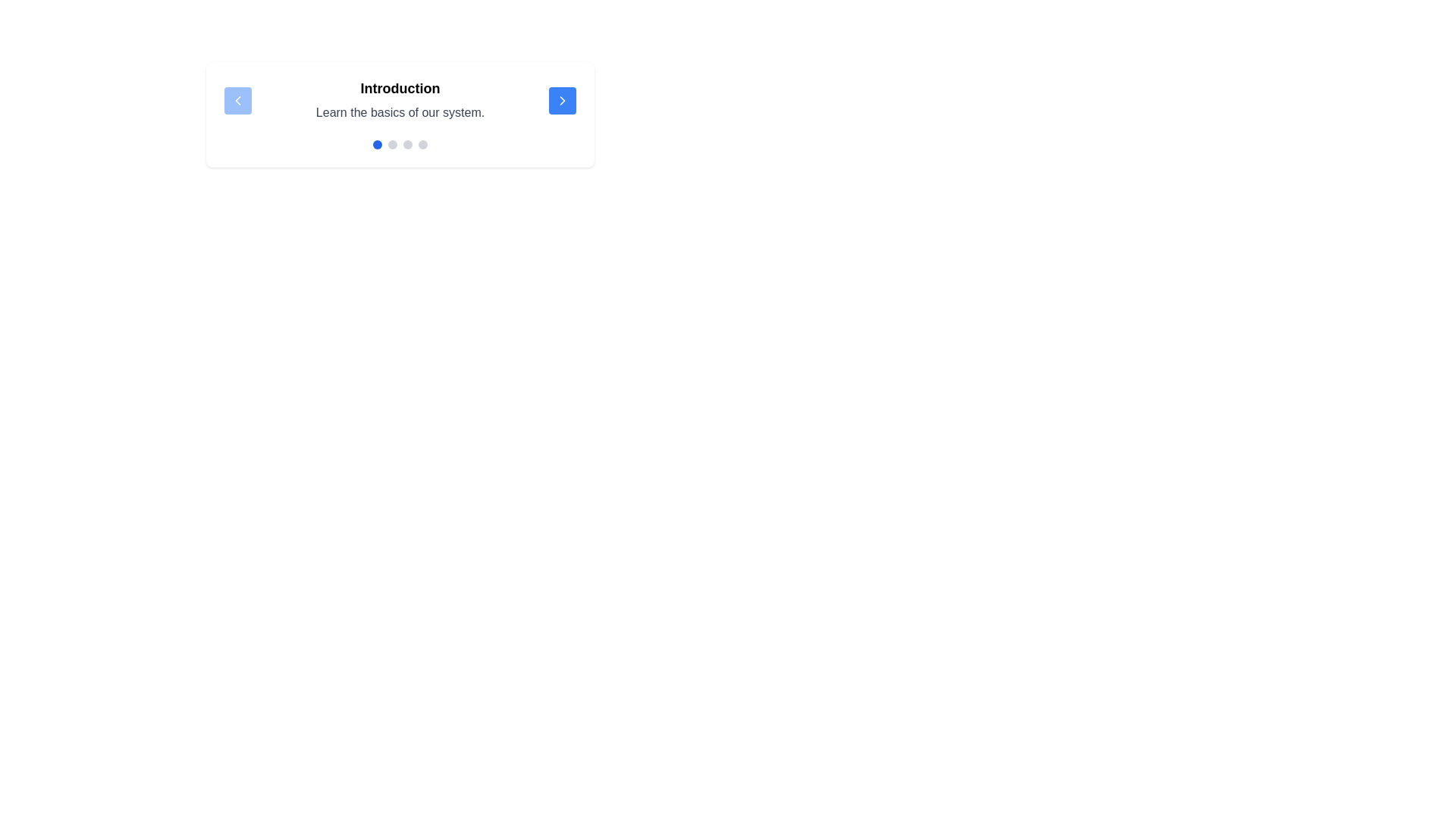  I want to click on the chevron icon located in the top-right corner of the white rectangular section containing text and a pagination indicator, so click(562, 100).